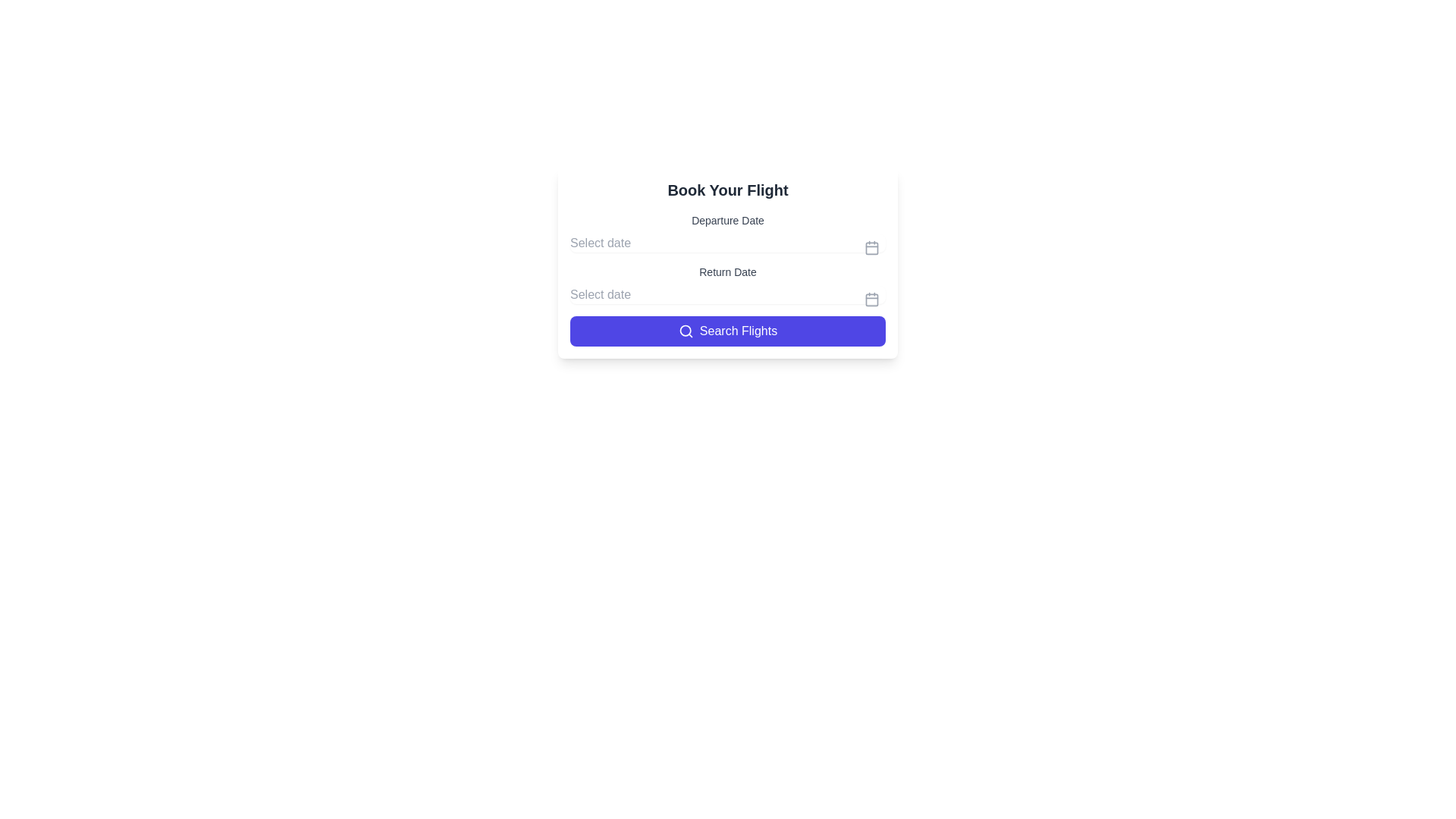 Image resolution: width=1456 pixels, height=819 pixels. I want to click on the calendar icon for the 'Return Date' date-picker functionality, which has a gray outline and a white background, located on the right side of the 'Return Date' label, so click(872, 299).